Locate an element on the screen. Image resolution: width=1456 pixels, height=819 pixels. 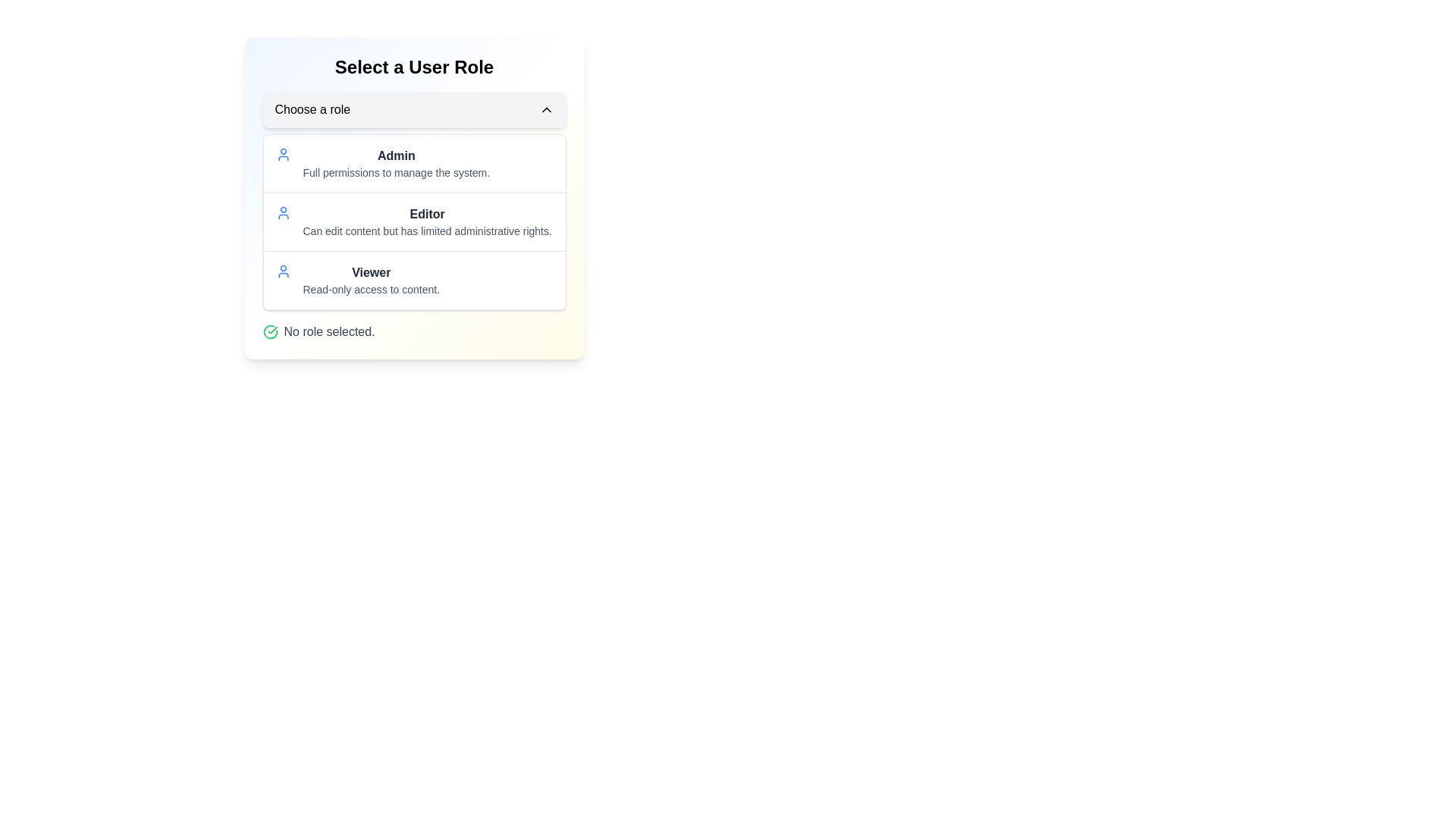
text description block that identifies the role option 'Admin' and describes its permissions 'Full permissions to manage the system', which is the first listed role in the user role selection interface is located at coordinates (396, 164).